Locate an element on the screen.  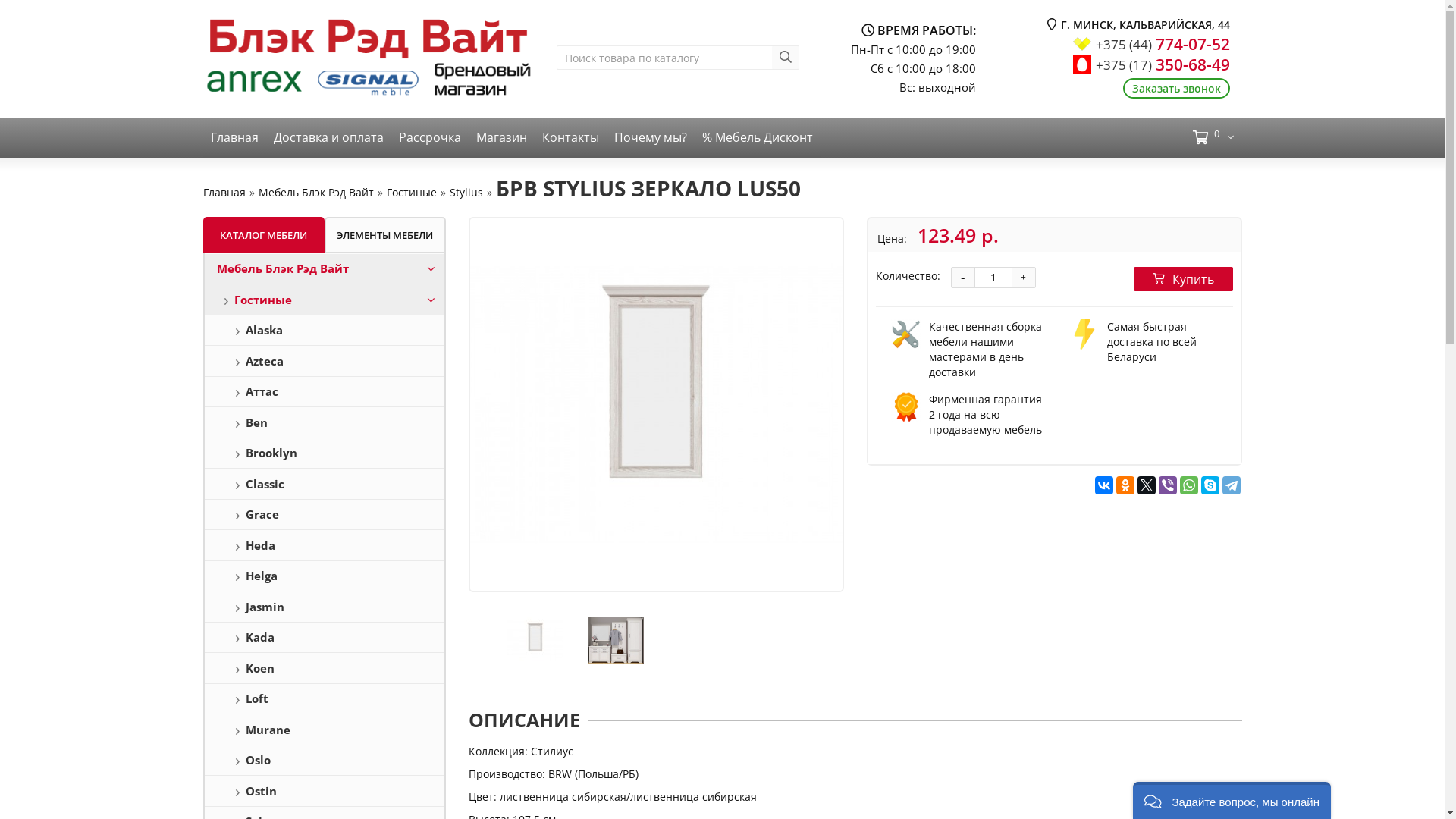
'Grace' is located at coordinates (323, 513).